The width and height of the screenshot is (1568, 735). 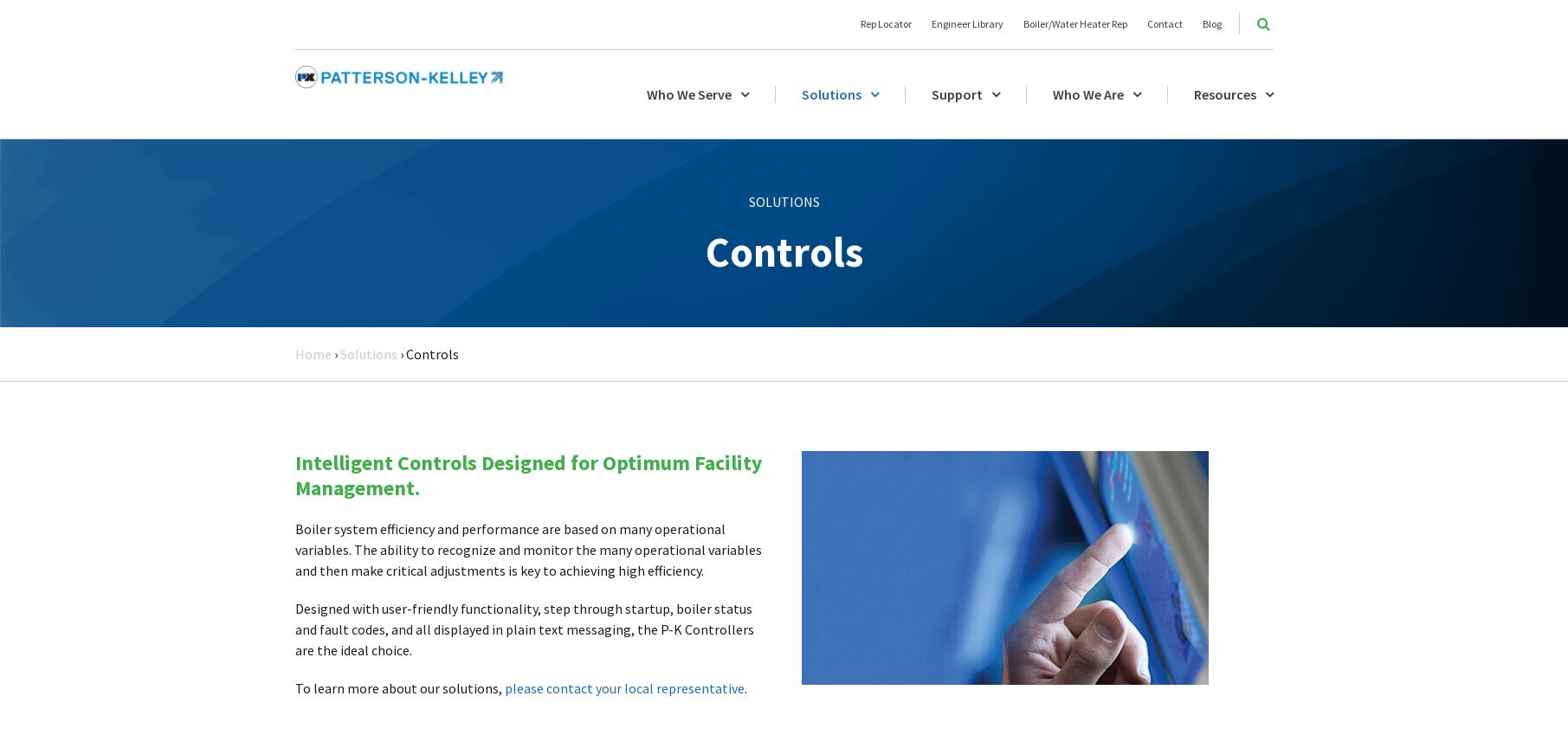 What do you see at coordinates (623, 686) in the screenshot?
I see `'please contact your local representative'` at bounding box center [623, 686].